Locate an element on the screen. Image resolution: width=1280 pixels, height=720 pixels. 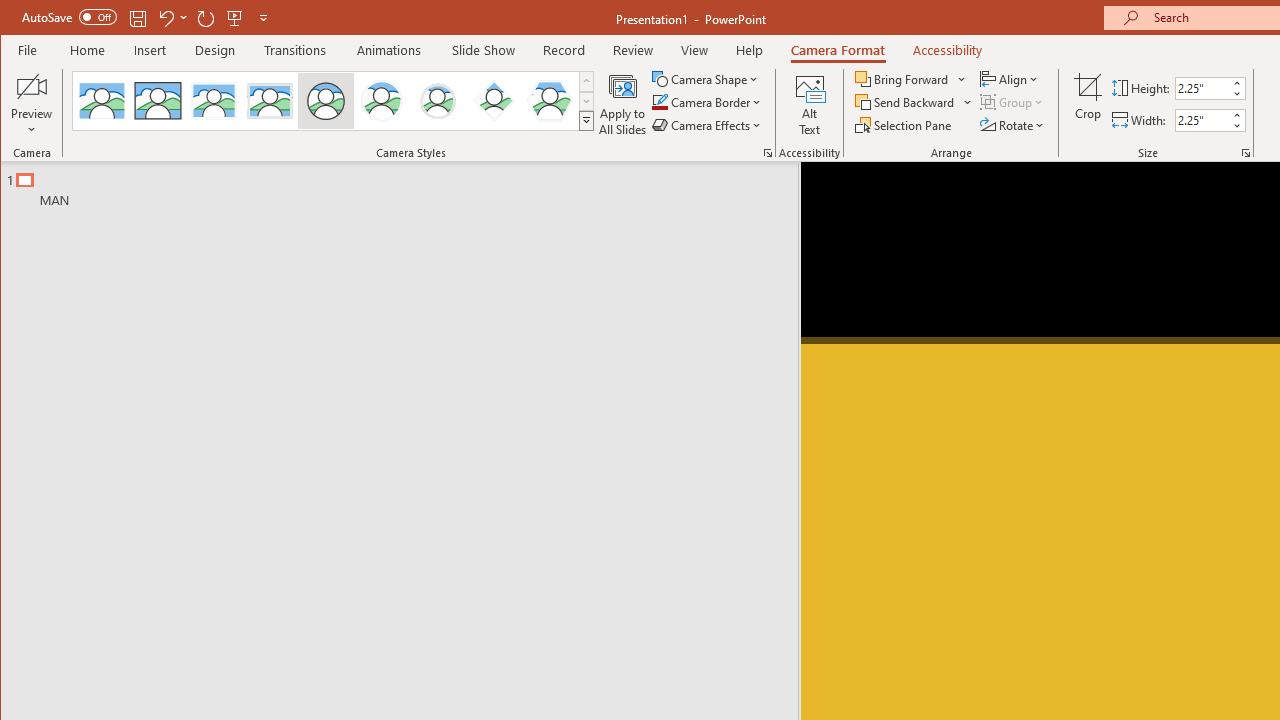
'Send Backward' is located at coordinates (913, 102).